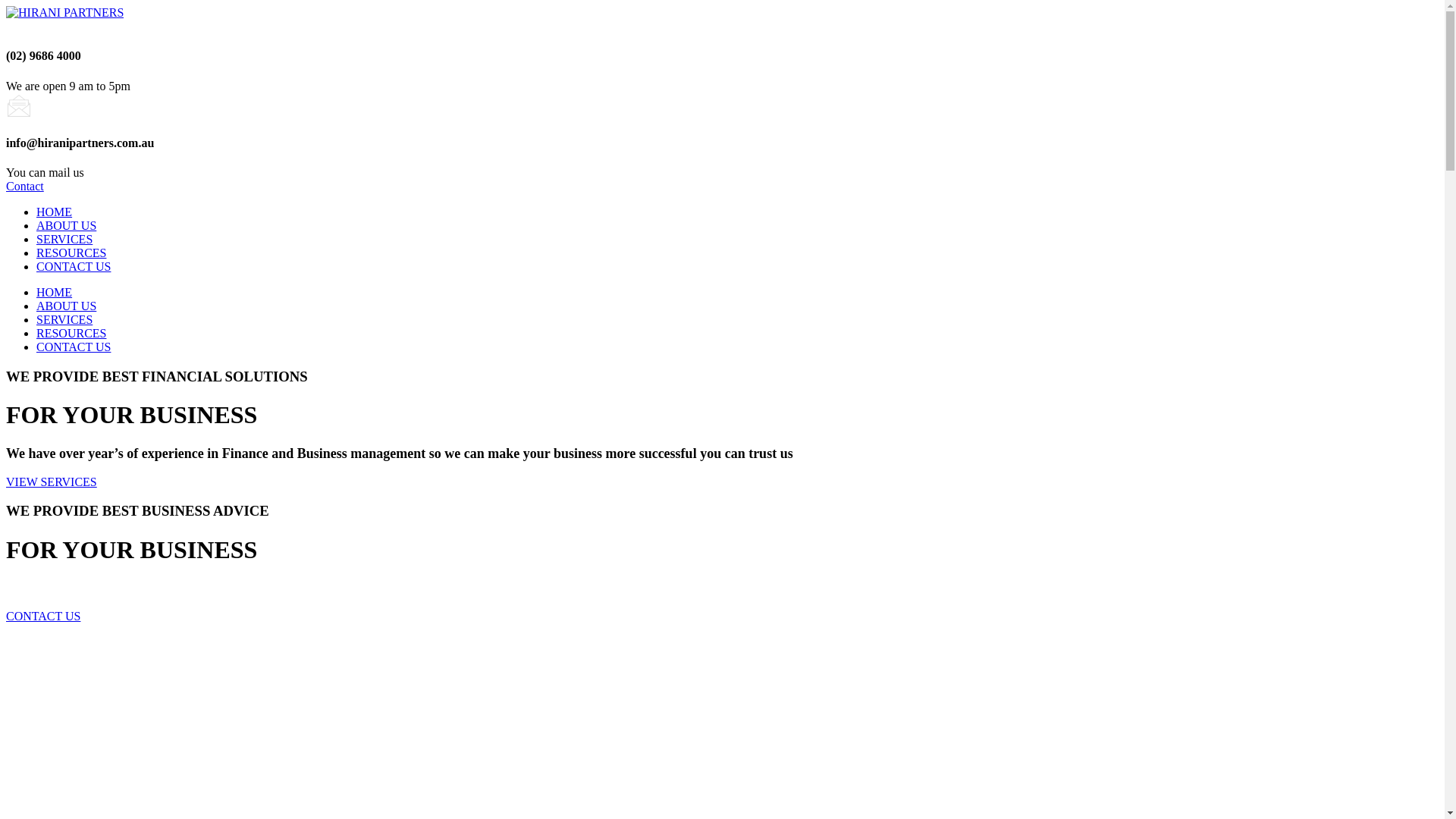  I want to click on 'RESOURCES', so click(36, 252).